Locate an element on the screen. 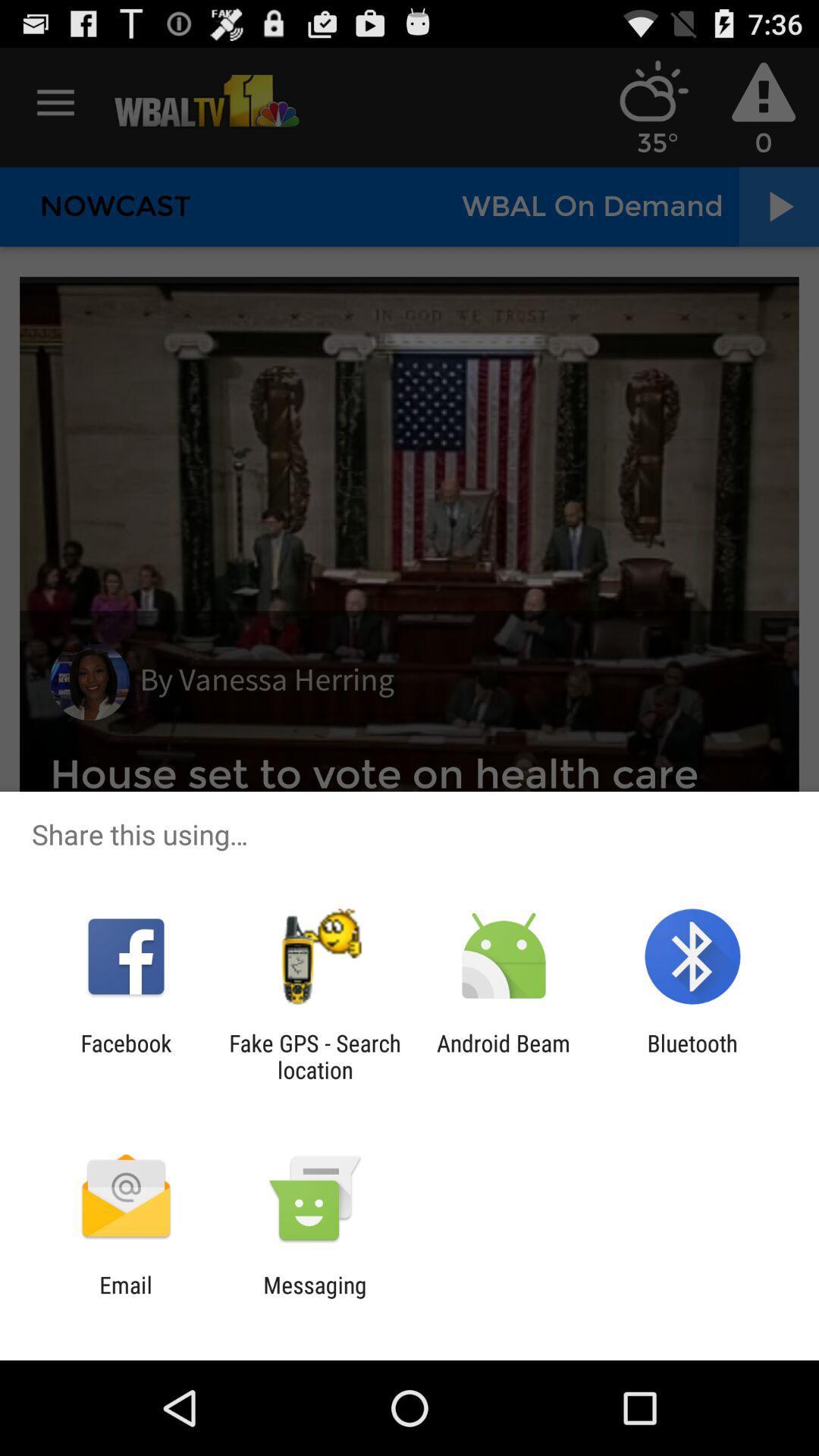 This screenshot has width=819, height=1456. the fake gps search app is located at coordinates (314, 1056).